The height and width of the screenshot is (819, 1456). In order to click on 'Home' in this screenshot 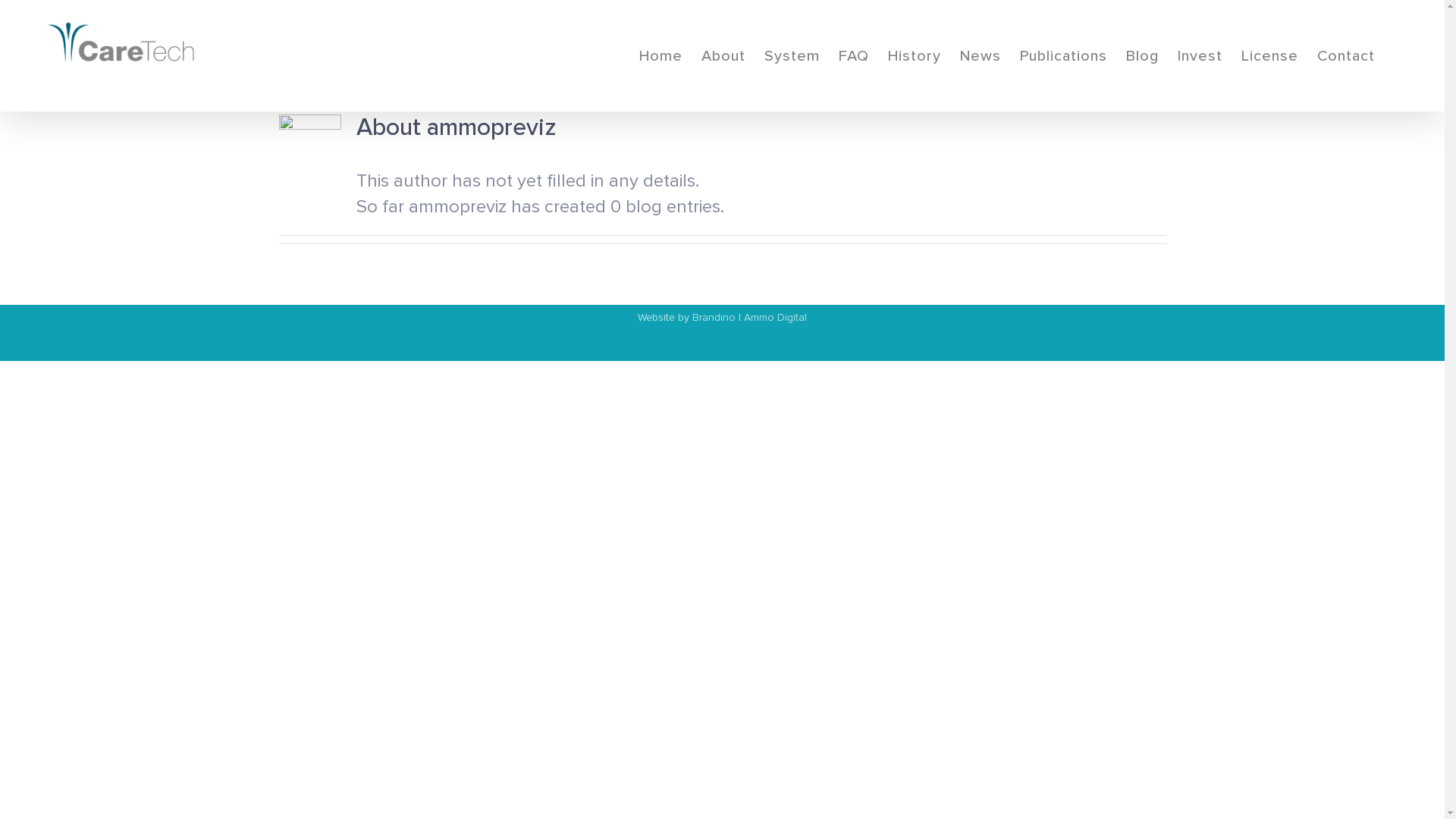, I will do `click(661, 55)`.